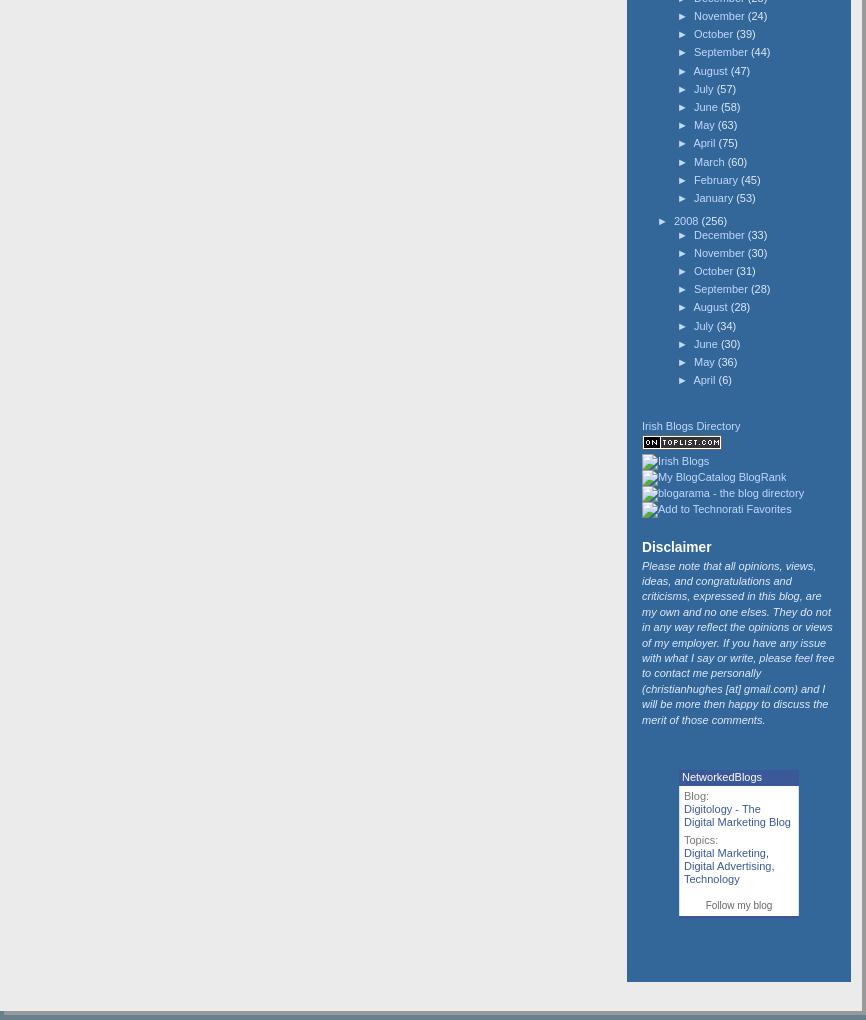 The width and height of the screenshot is (866, 1020). What do you see at coordinates (749, 178) in the screenshot?
I see `'(45)'` at bounding box center [749, 178].